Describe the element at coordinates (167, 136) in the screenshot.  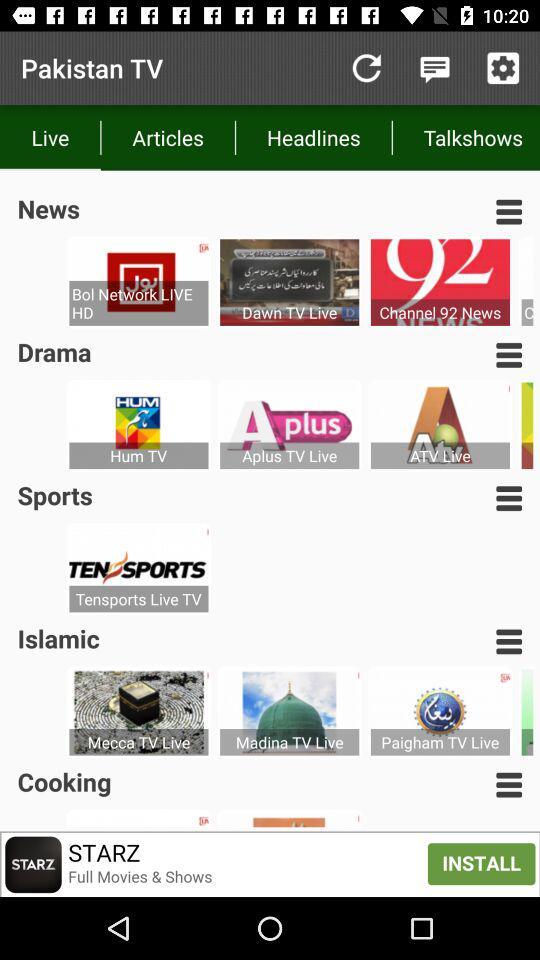
I see `item to the left of the headlines icon` at that location.